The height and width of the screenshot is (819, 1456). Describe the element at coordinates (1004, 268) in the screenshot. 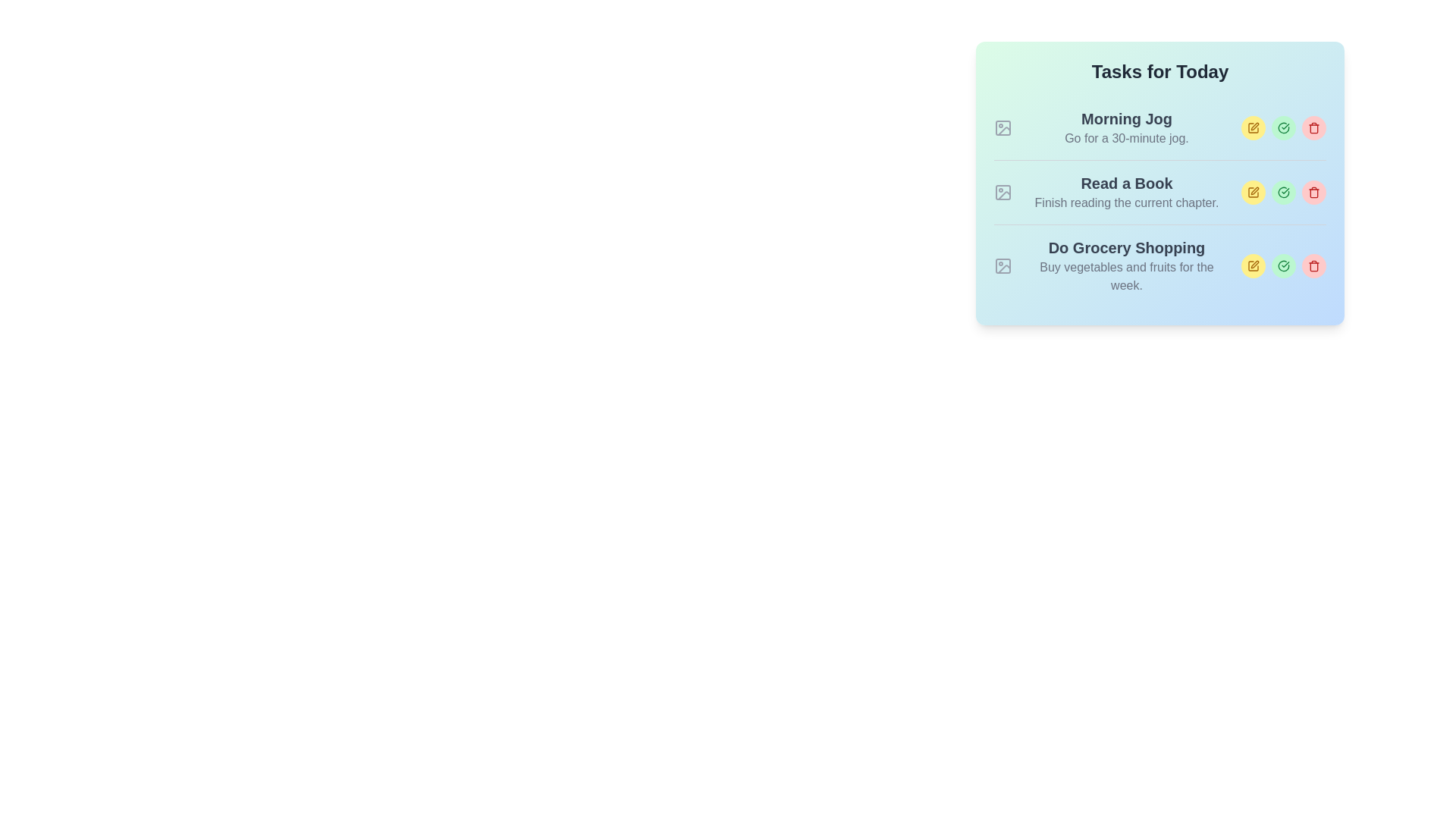

I see `the slanted line in the lower right section of the SVG icon representing the placeholder image for the task 'Do Grocery Shopping'` at that location.